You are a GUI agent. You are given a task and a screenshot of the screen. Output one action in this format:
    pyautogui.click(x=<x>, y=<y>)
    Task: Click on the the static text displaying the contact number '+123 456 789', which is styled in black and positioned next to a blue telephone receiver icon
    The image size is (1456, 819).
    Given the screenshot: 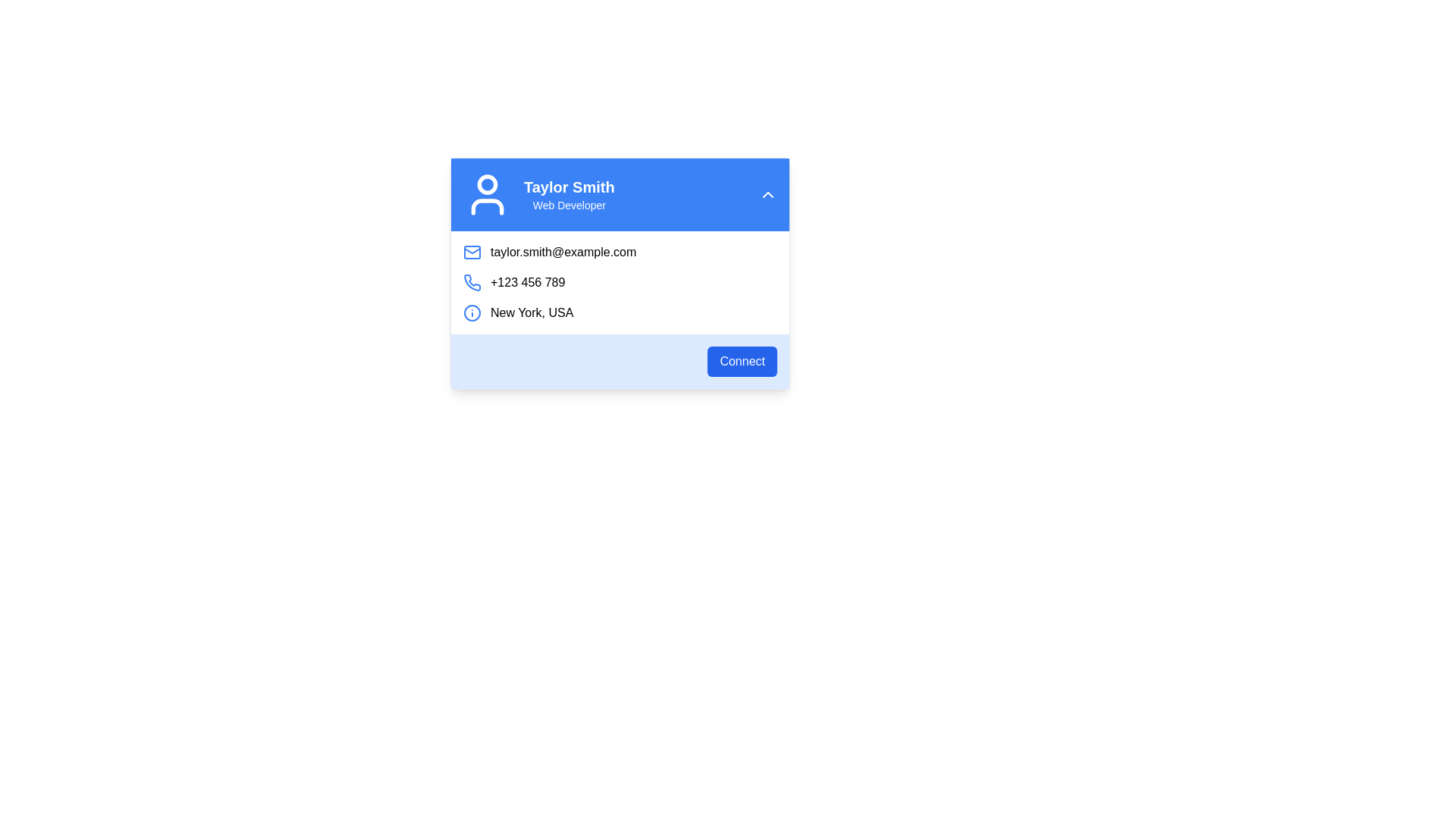 What is the action you would take?
    pyautogui.click(x=528, y=283)
    